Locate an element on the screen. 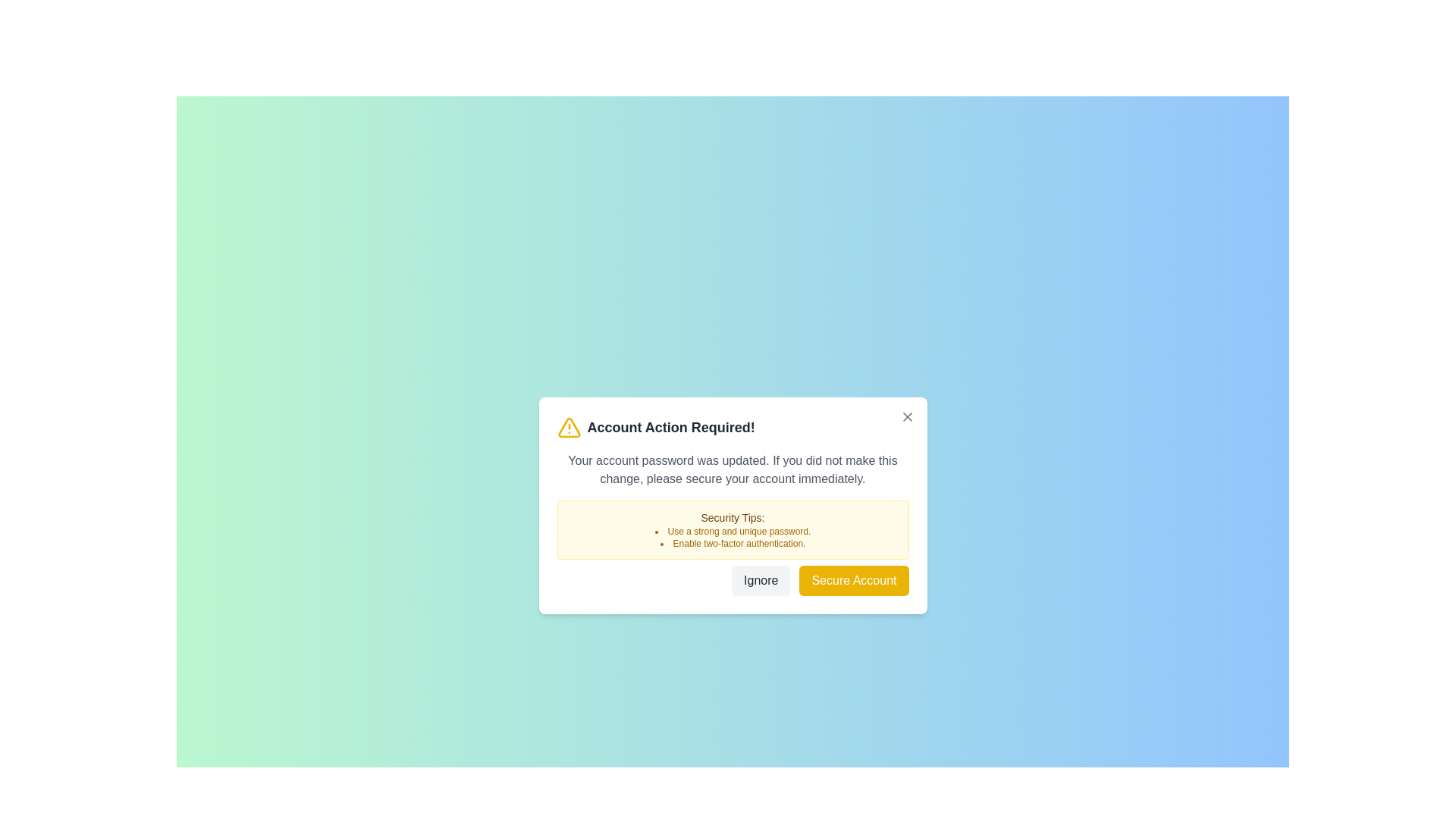 The image size is (1456, 819). the yellow box containing the security tips is located at coordinates (733, 529).